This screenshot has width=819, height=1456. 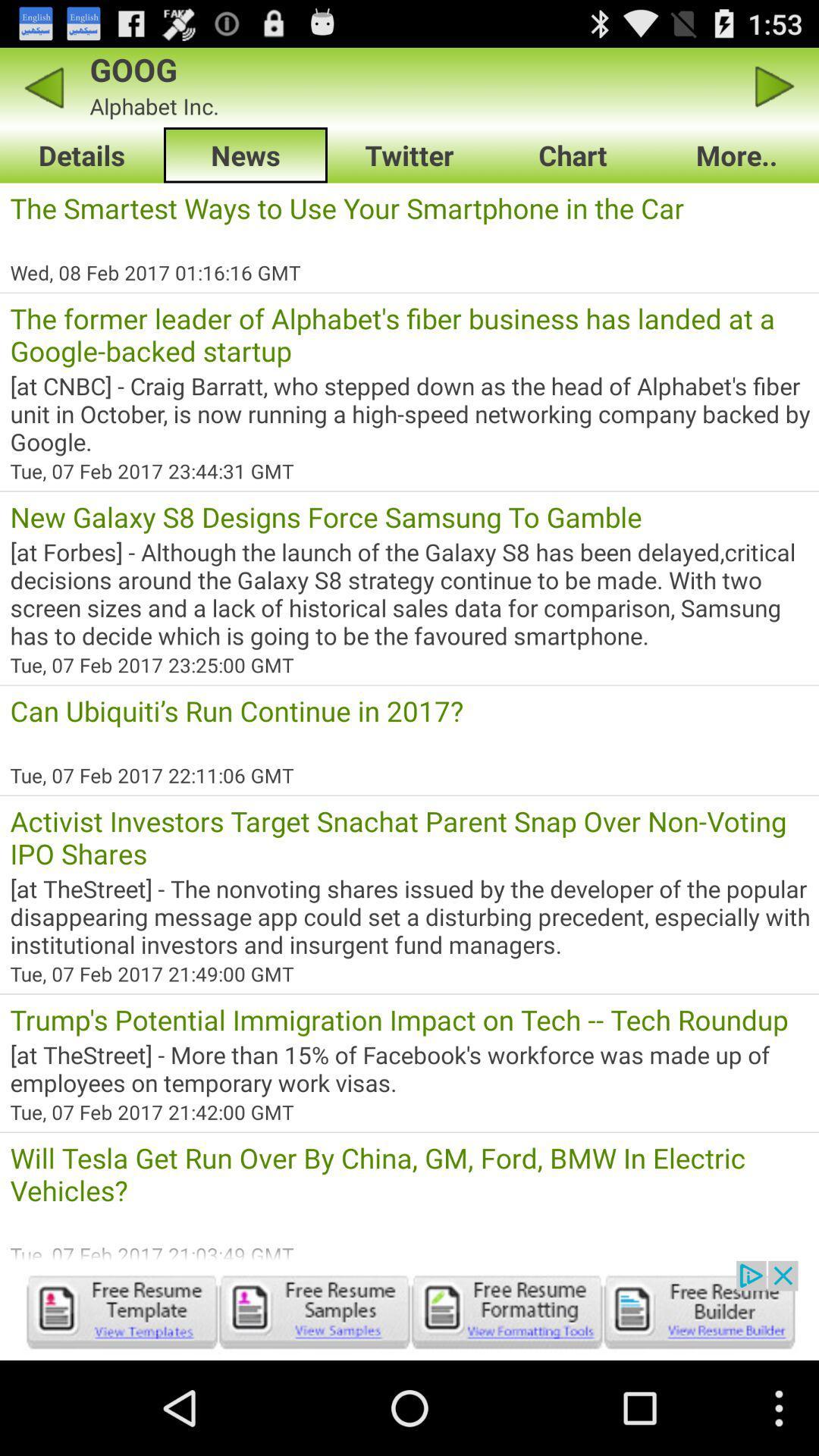 What do you see at coordinates (42, 93) in the screenshot?
I see `the arrow_backward icon` at bounding box center [42, 93].